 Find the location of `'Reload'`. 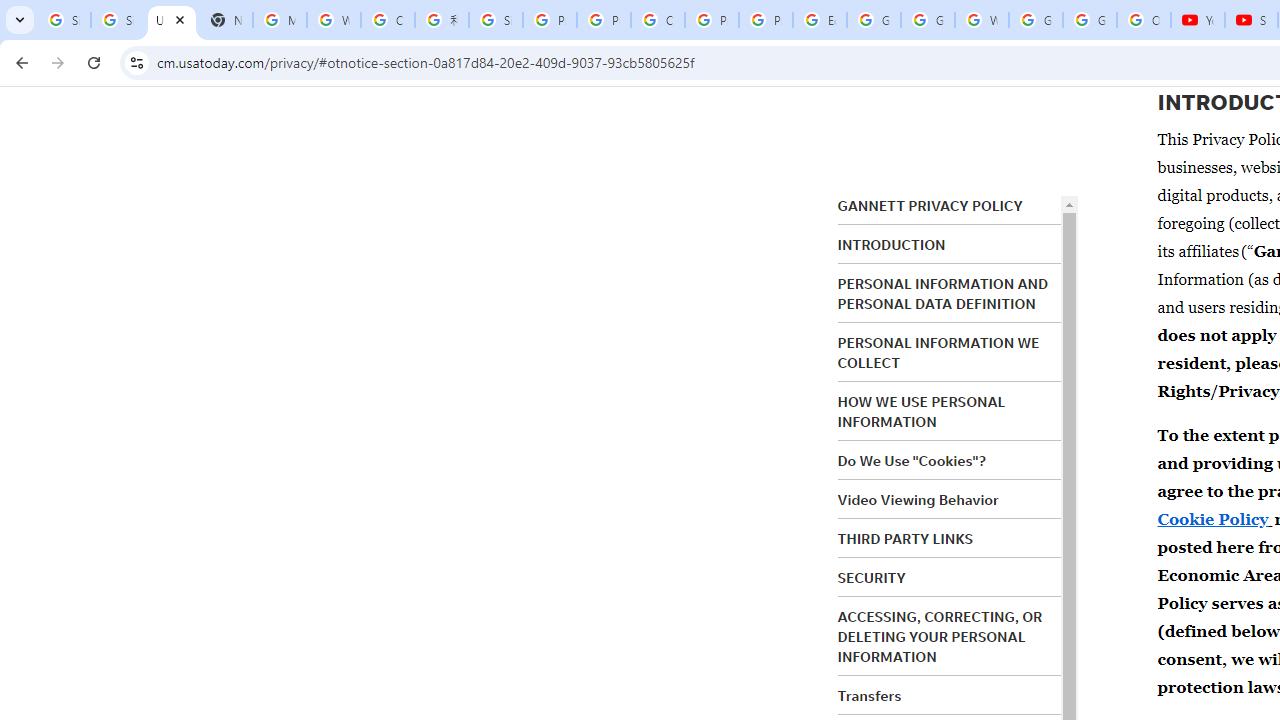

'Reload' is located at coordinates (93, 61).